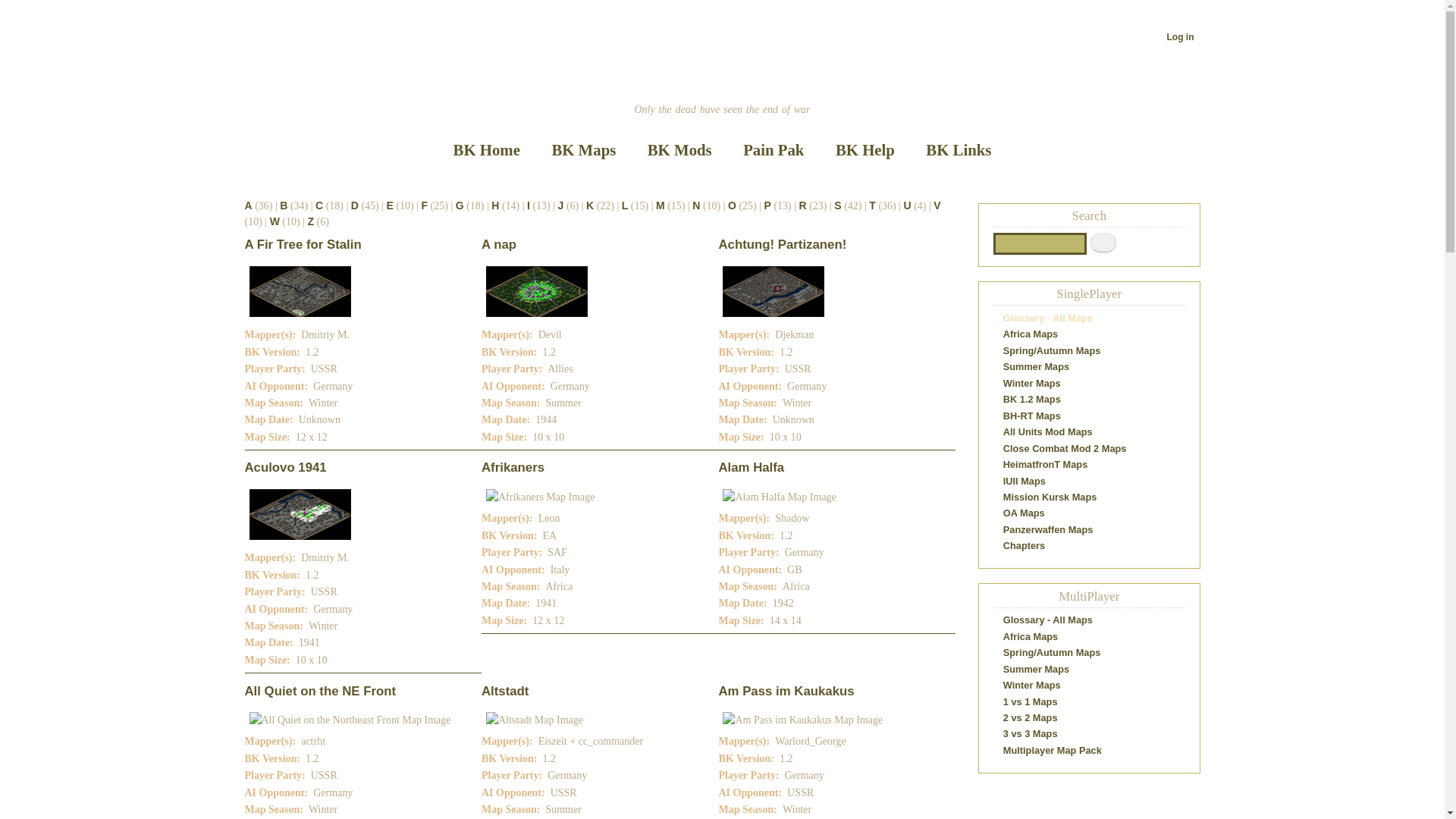  Describe the element at coordinates (625, 205) in the screenshot. I see `'L'` at that location.